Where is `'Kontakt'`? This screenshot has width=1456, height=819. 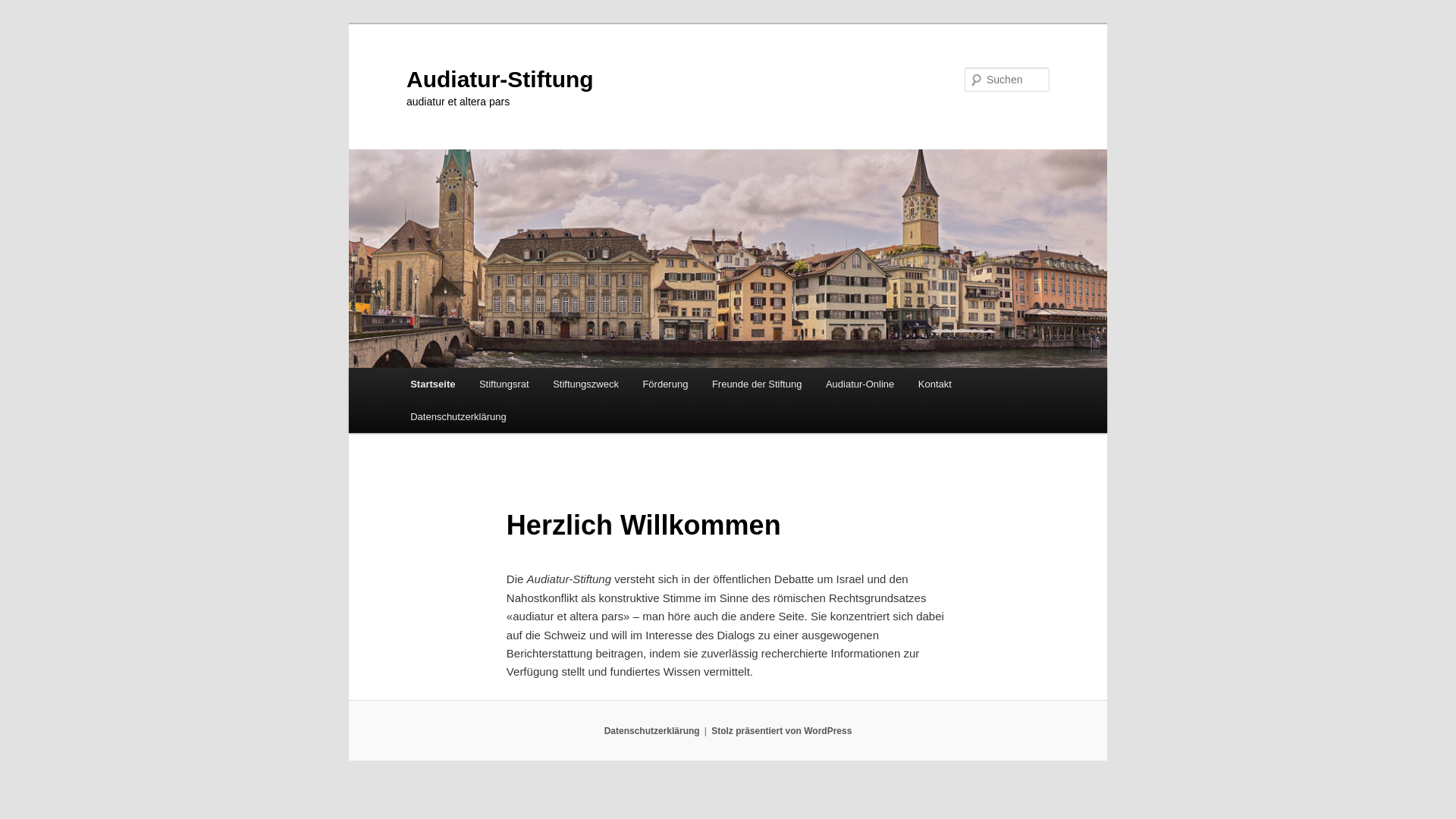 'Kontakt' is located at coordinates (906, 383).